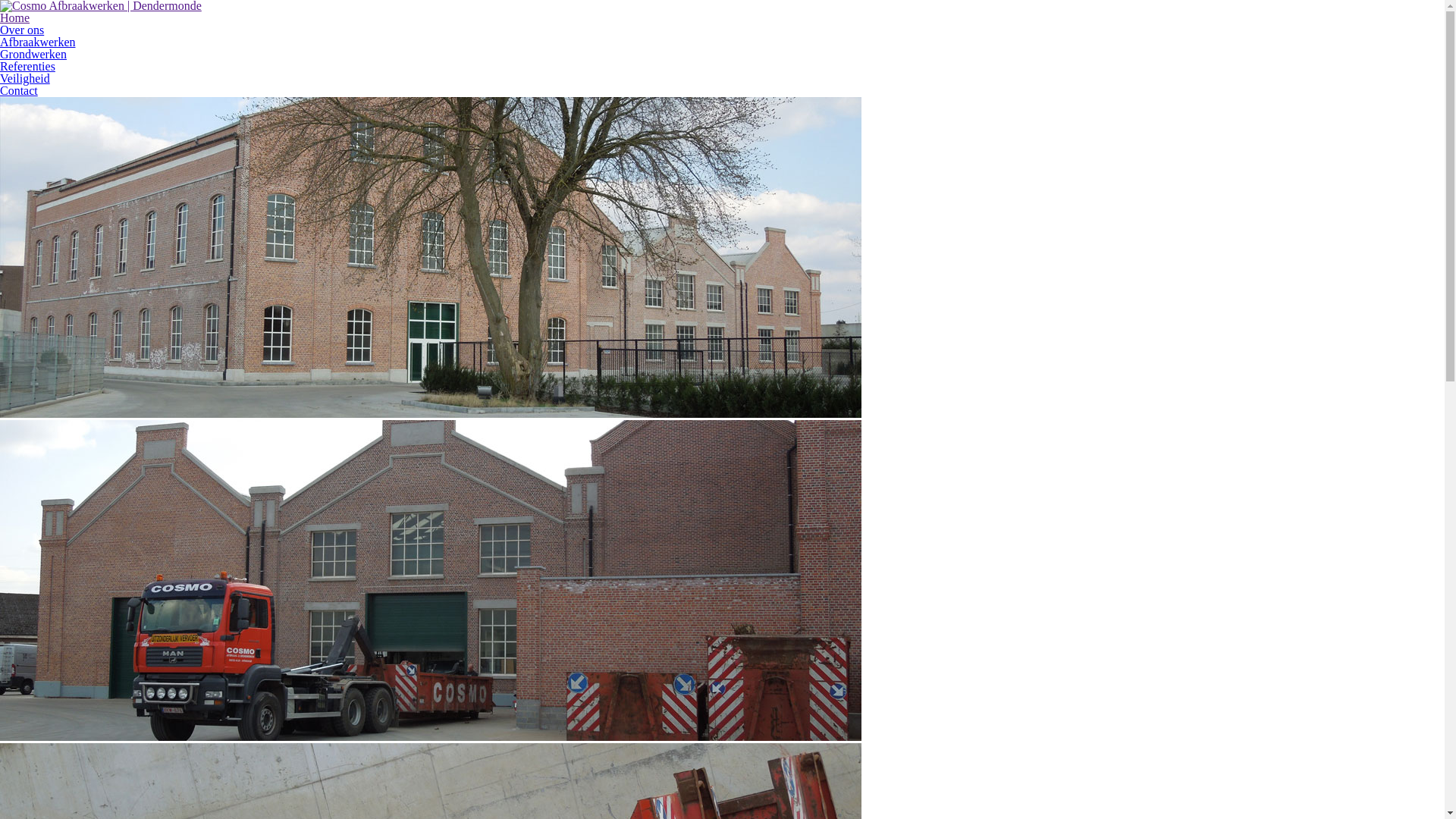 The image size is (1456, 819). I want to click on 'Home', so click(14, 17).